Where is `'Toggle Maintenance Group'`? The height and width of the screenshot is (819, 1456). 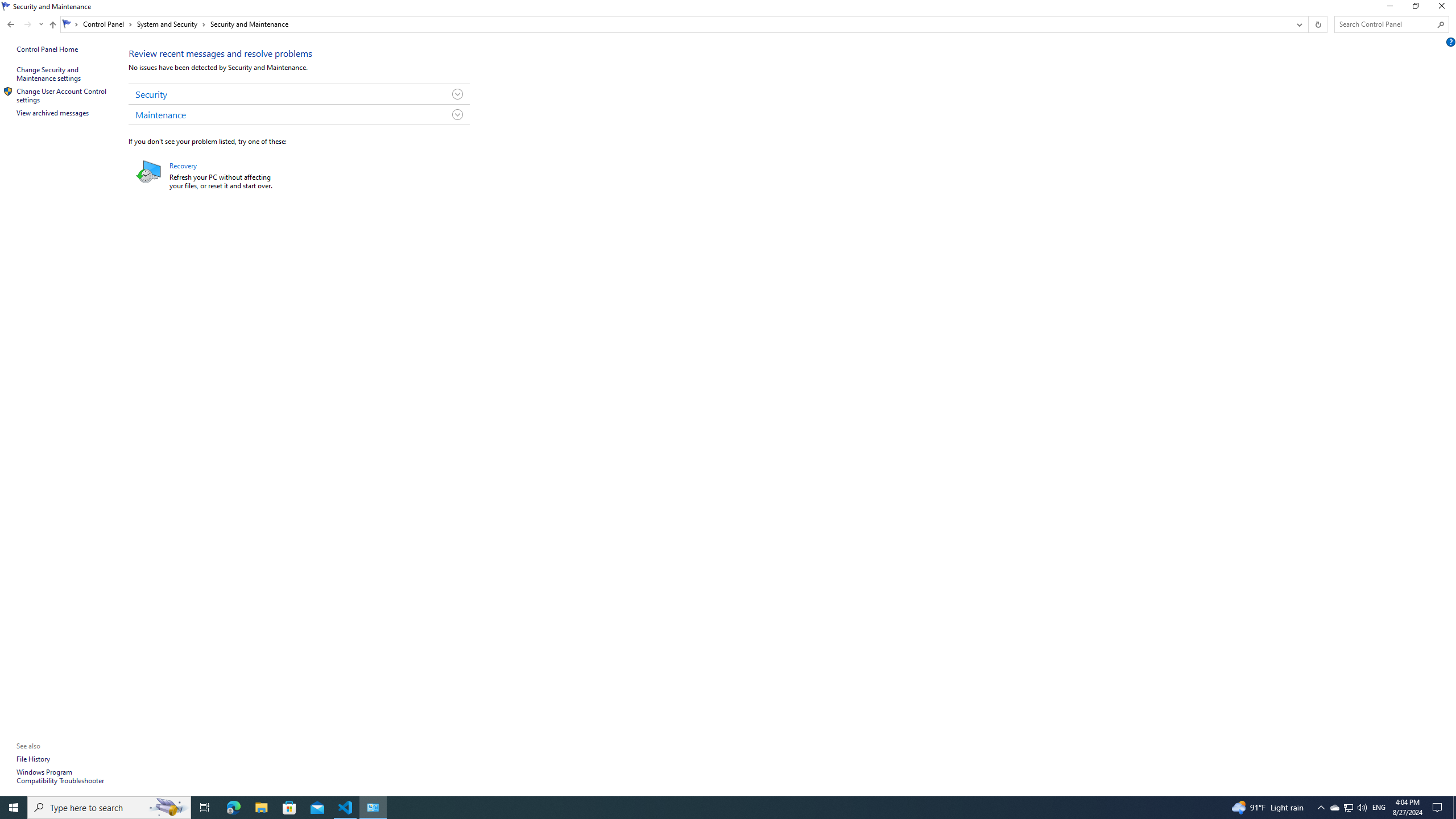
'Toggle Maintenance Group' is located at coordinates (457, 114).